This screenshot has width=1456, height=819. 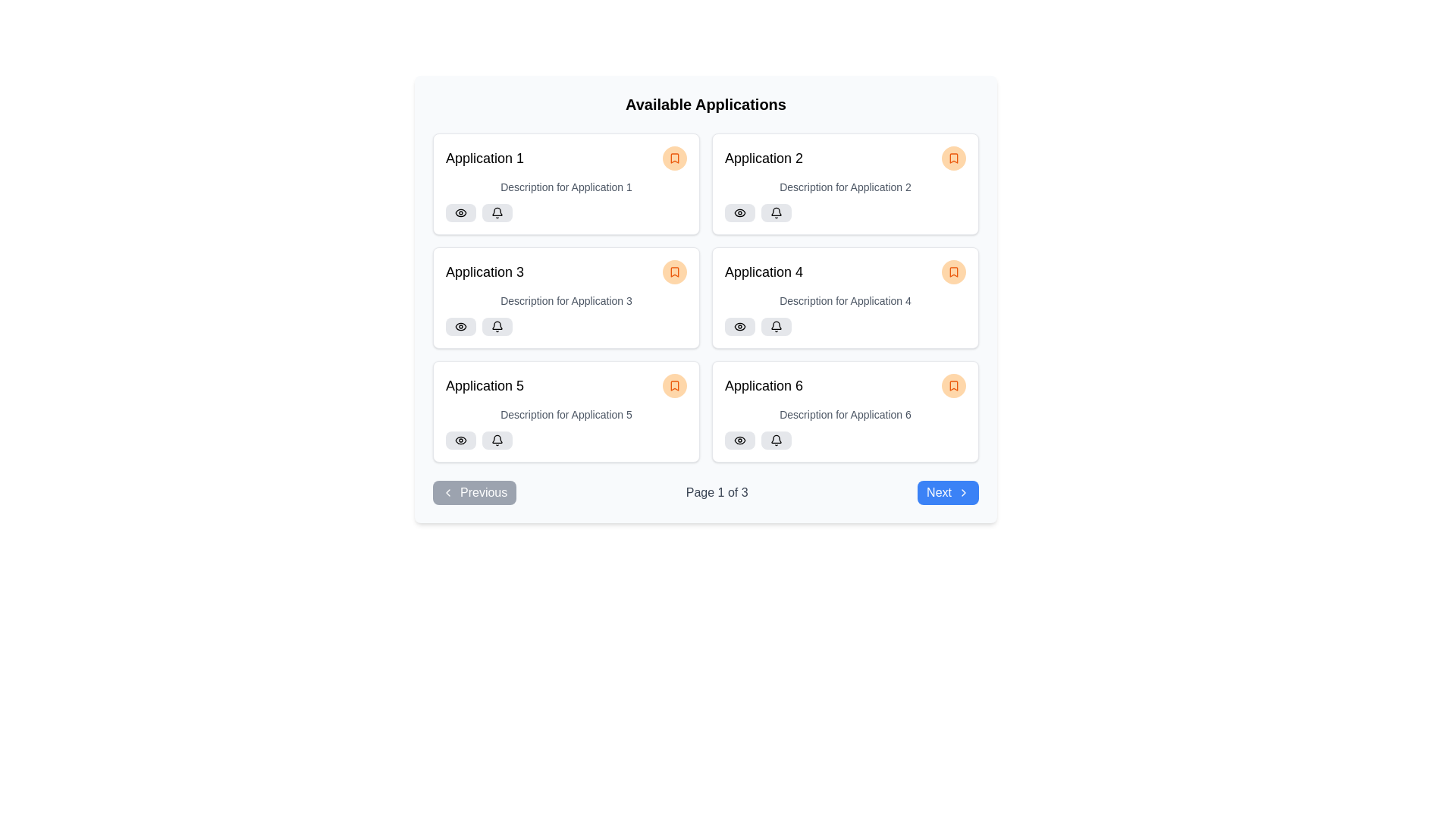 What do you see at coordinates (484, 385) in the screenshot?
I see `the text label 'Application 5' which is styled in a larger and bold font, located in the bottom-left card of a 2x3 grid layout` at bounding box center [484, 385].